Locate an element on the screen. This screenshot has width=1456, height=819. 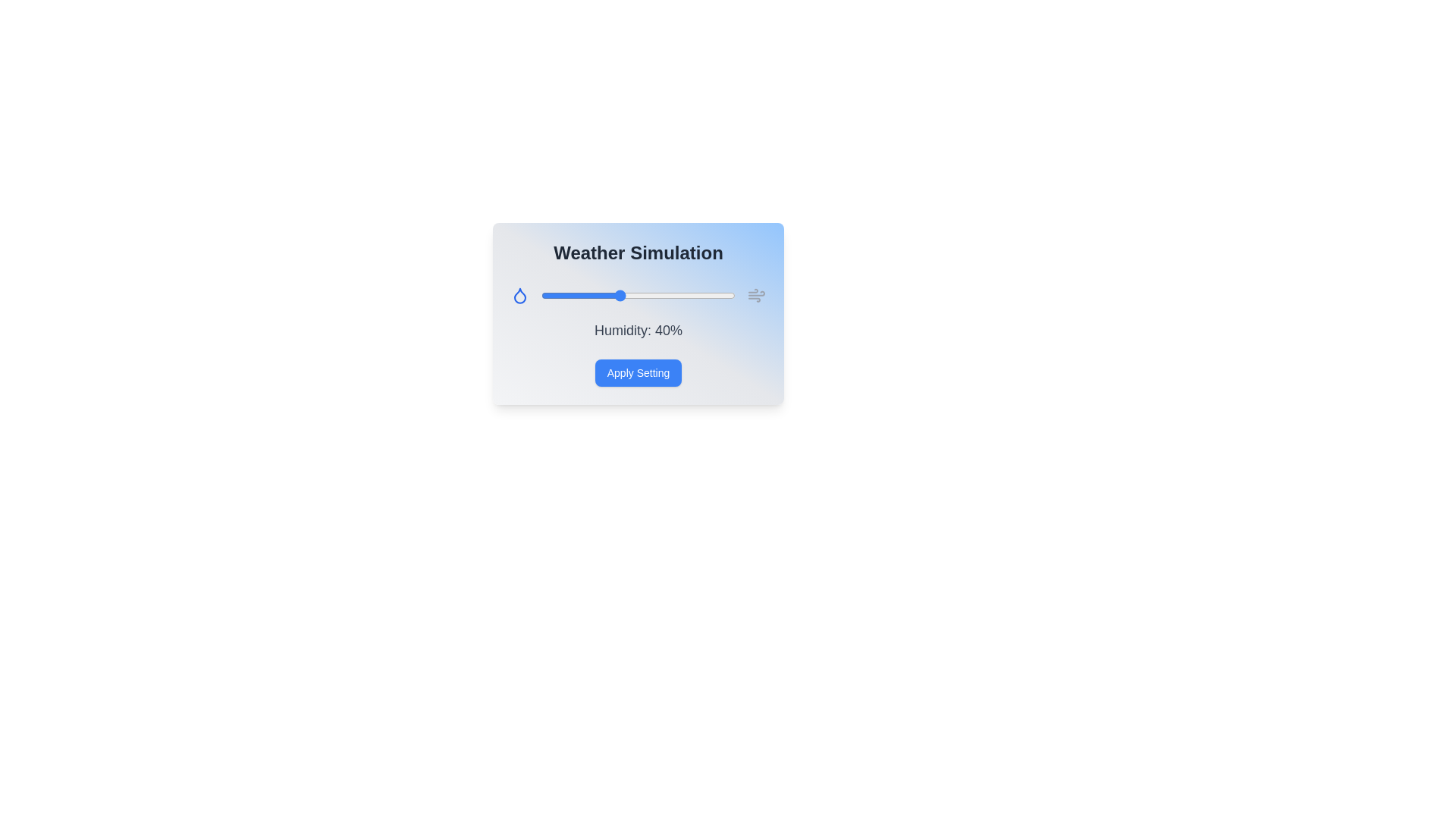
the humidity slider to 3% is located at coordinates (546, 295).